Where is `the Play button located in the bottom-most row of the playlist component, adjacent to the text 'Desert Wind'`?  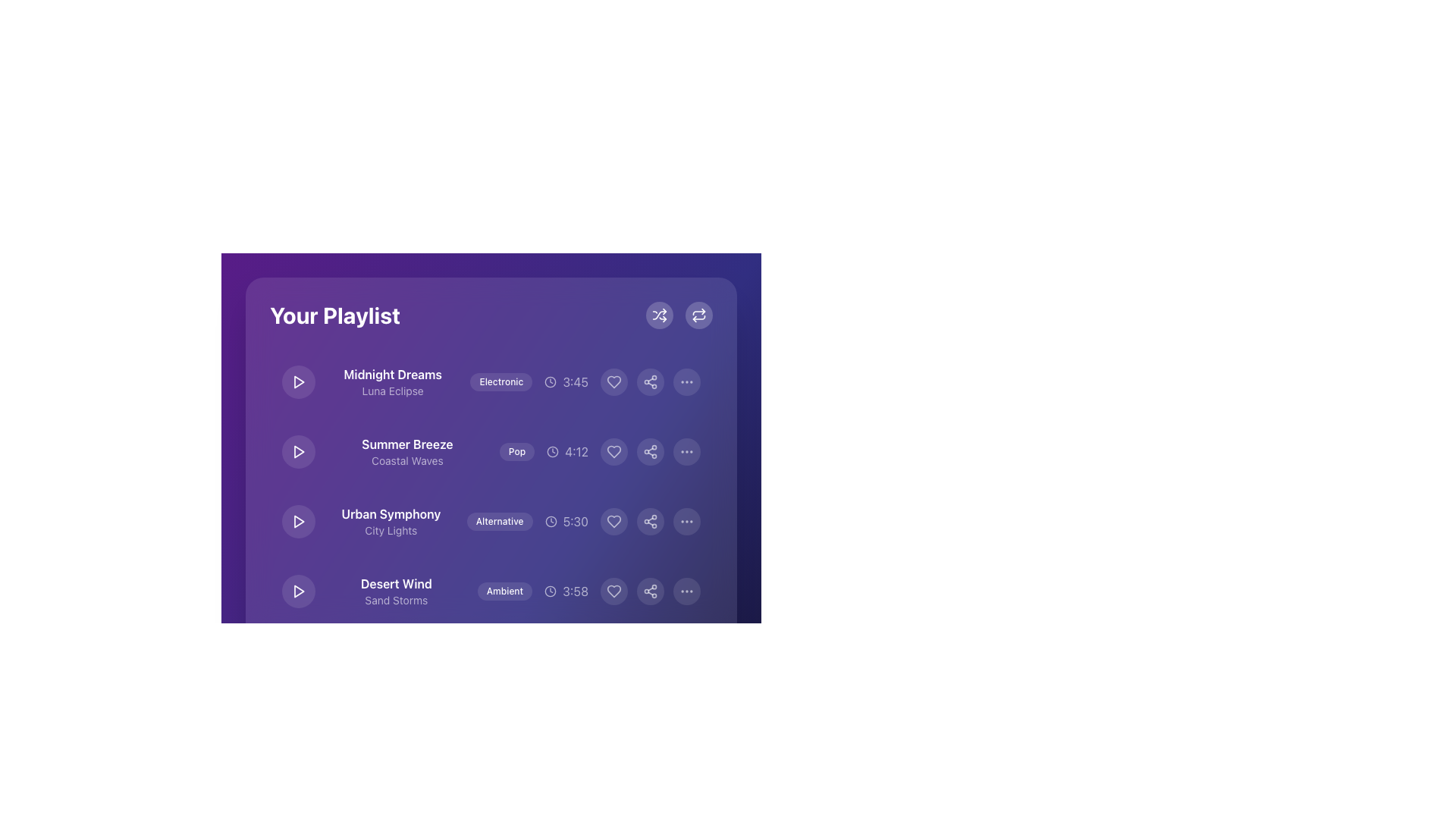
the Play button located in the bottom-most row of the playlist component, adjacent to the text 'Desert Wind' is located at coordinates (298, 590).